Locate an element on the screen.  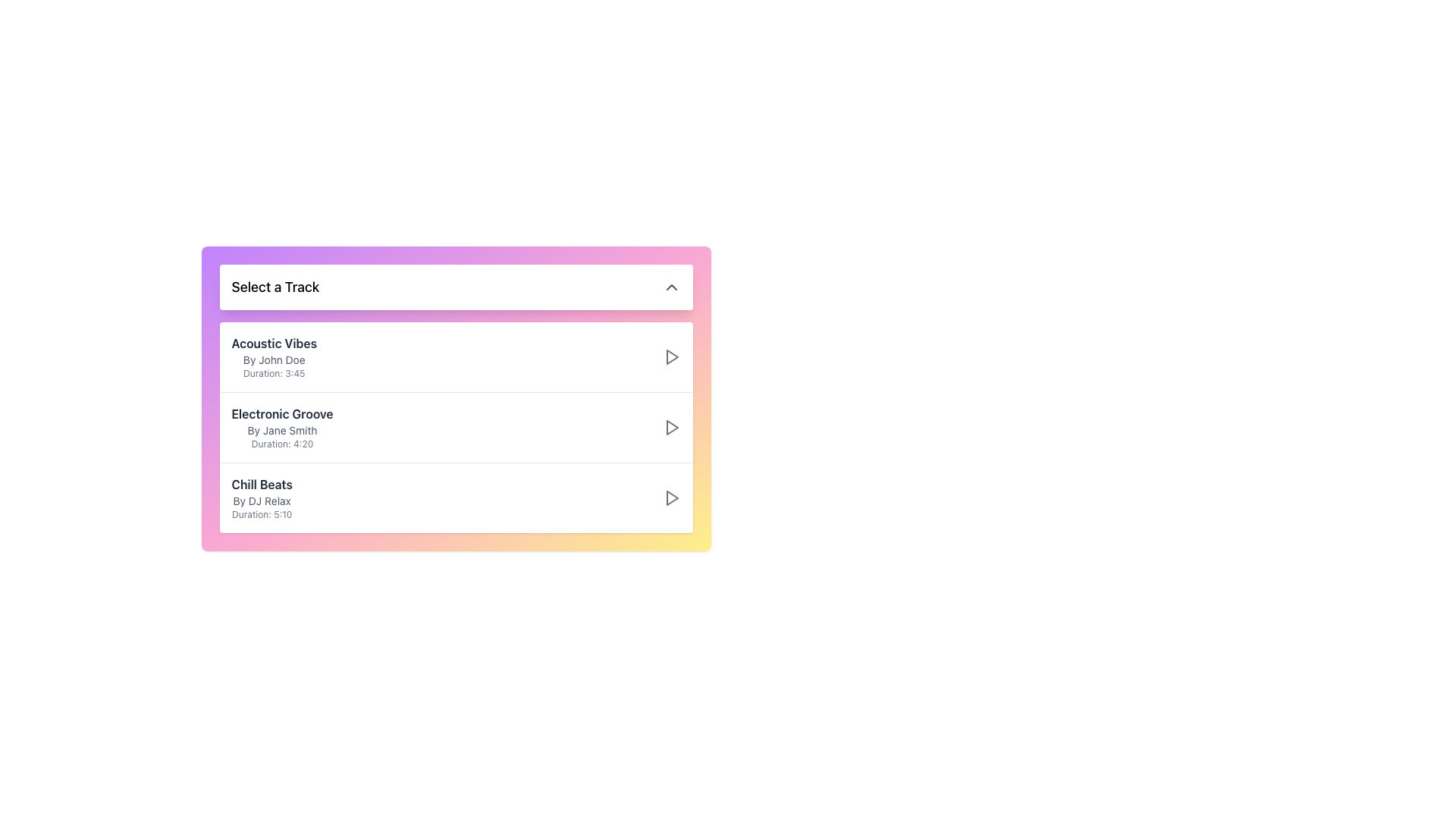
a track within the music track listing component that features a gradient background and the title 'Select a Track' is located at coordinates (455, 397).